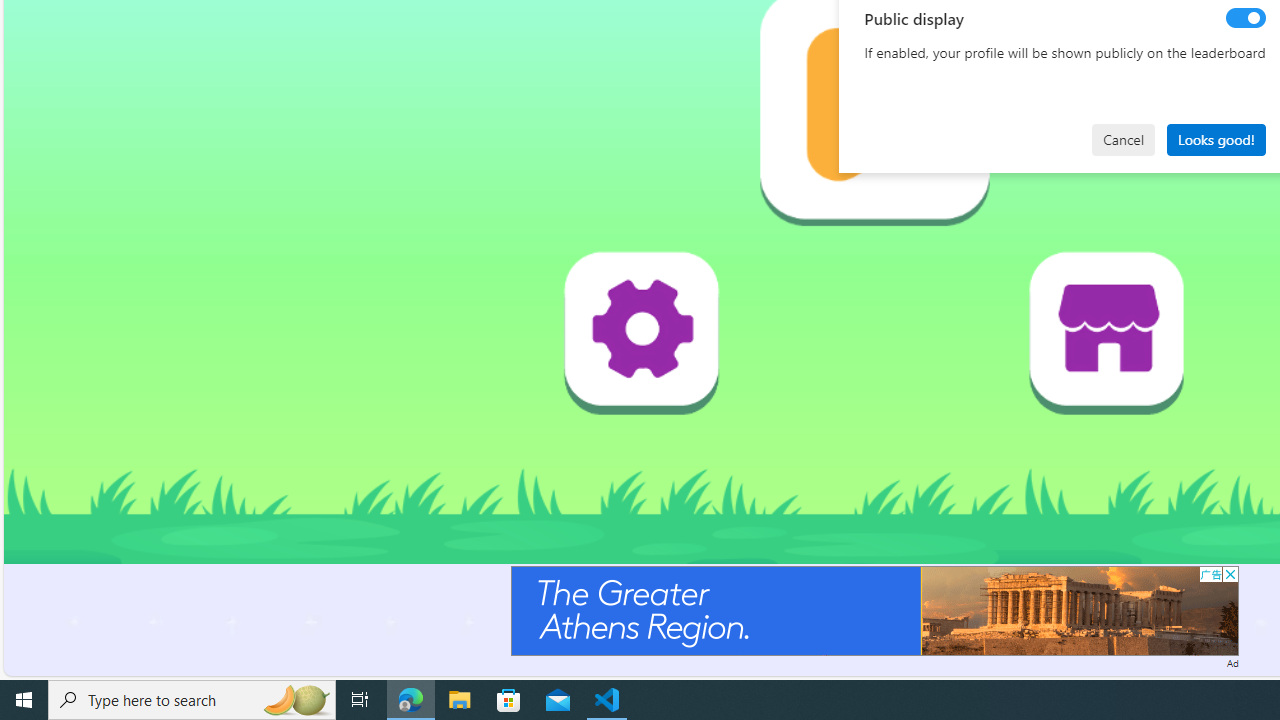  What do you see at coordinates (1215, 138) in the screenshot?
I see `'Looks good!'` at bounding box center [1215, 138].